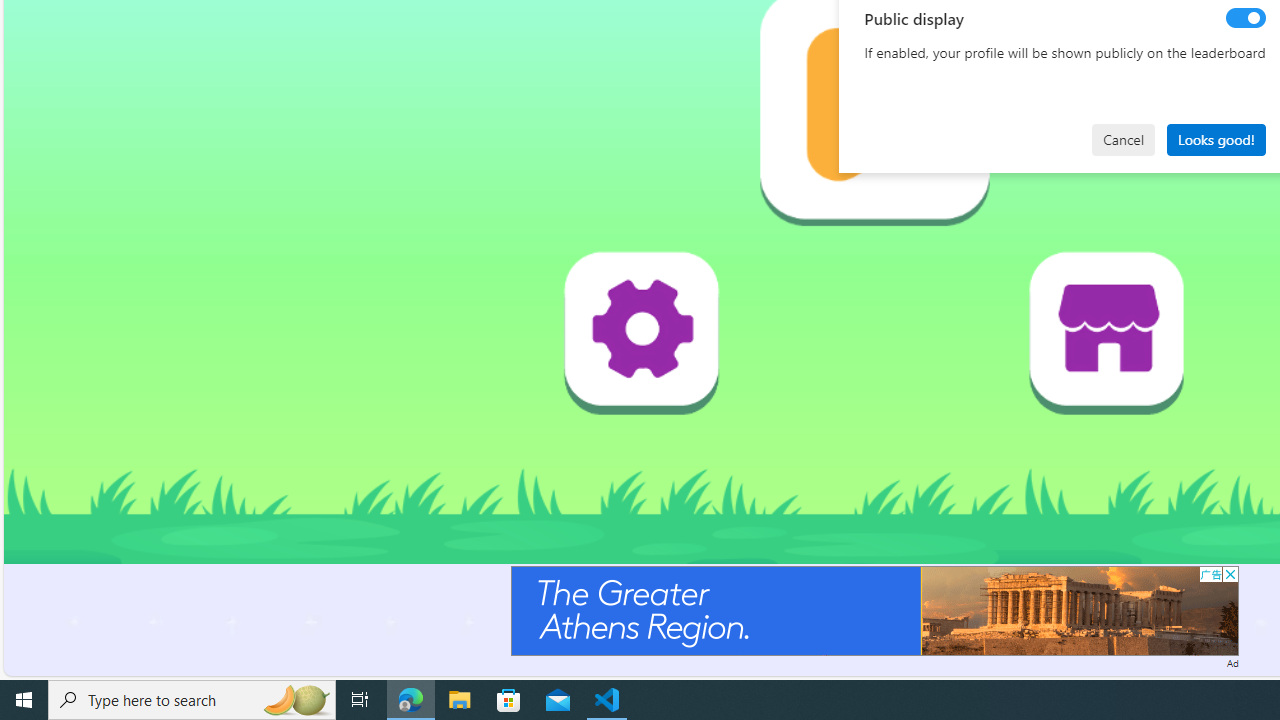  What do you see at coordinates (1215, 138) in the screenshot?
I see `'Looks good!'` at bounding box center [1215, 138].